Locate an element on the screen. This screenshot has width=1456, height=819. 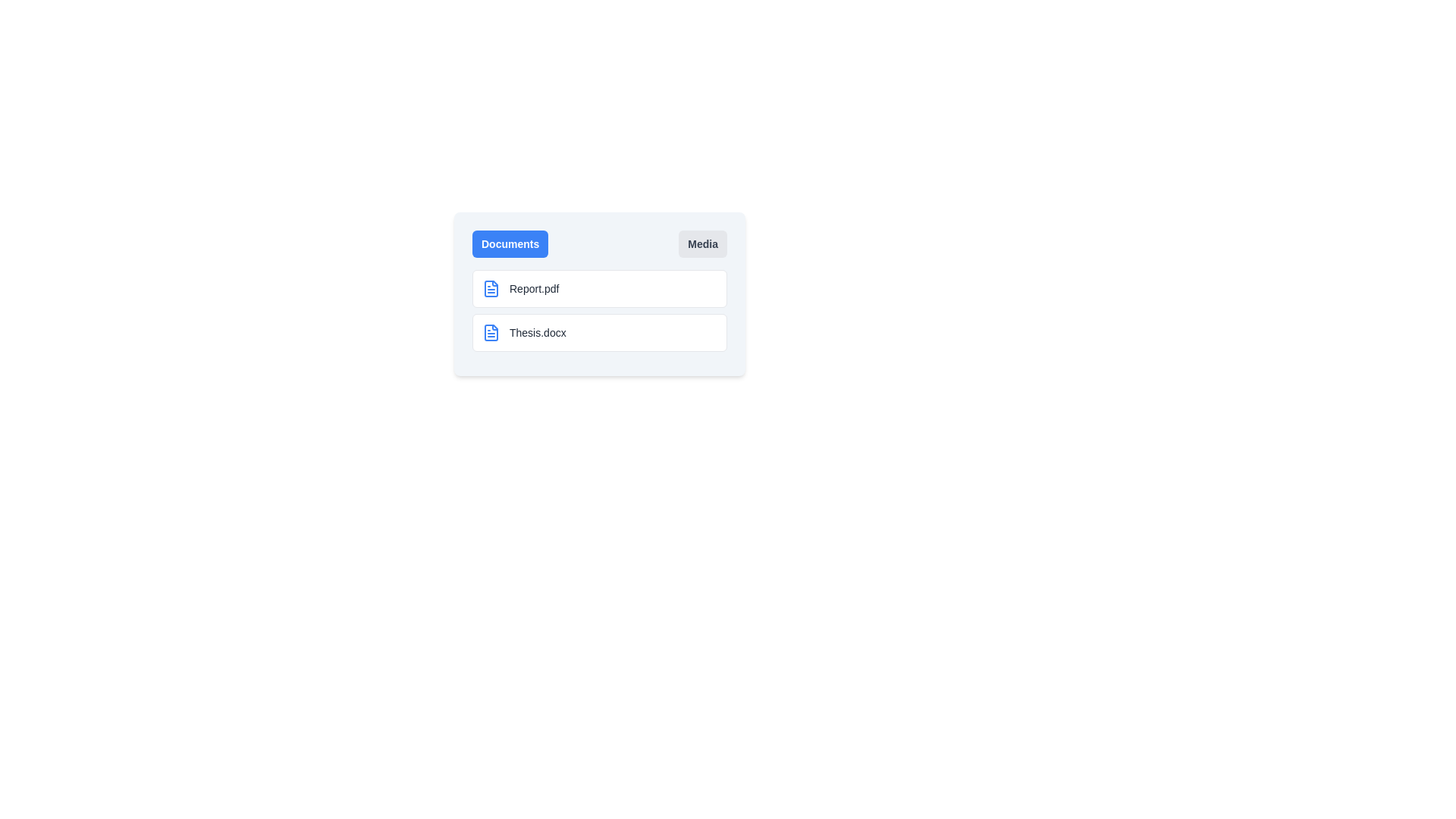
the text label indicating the name of the document, located in the second row of the list next to the document icon is located at coordinates (538, 332).